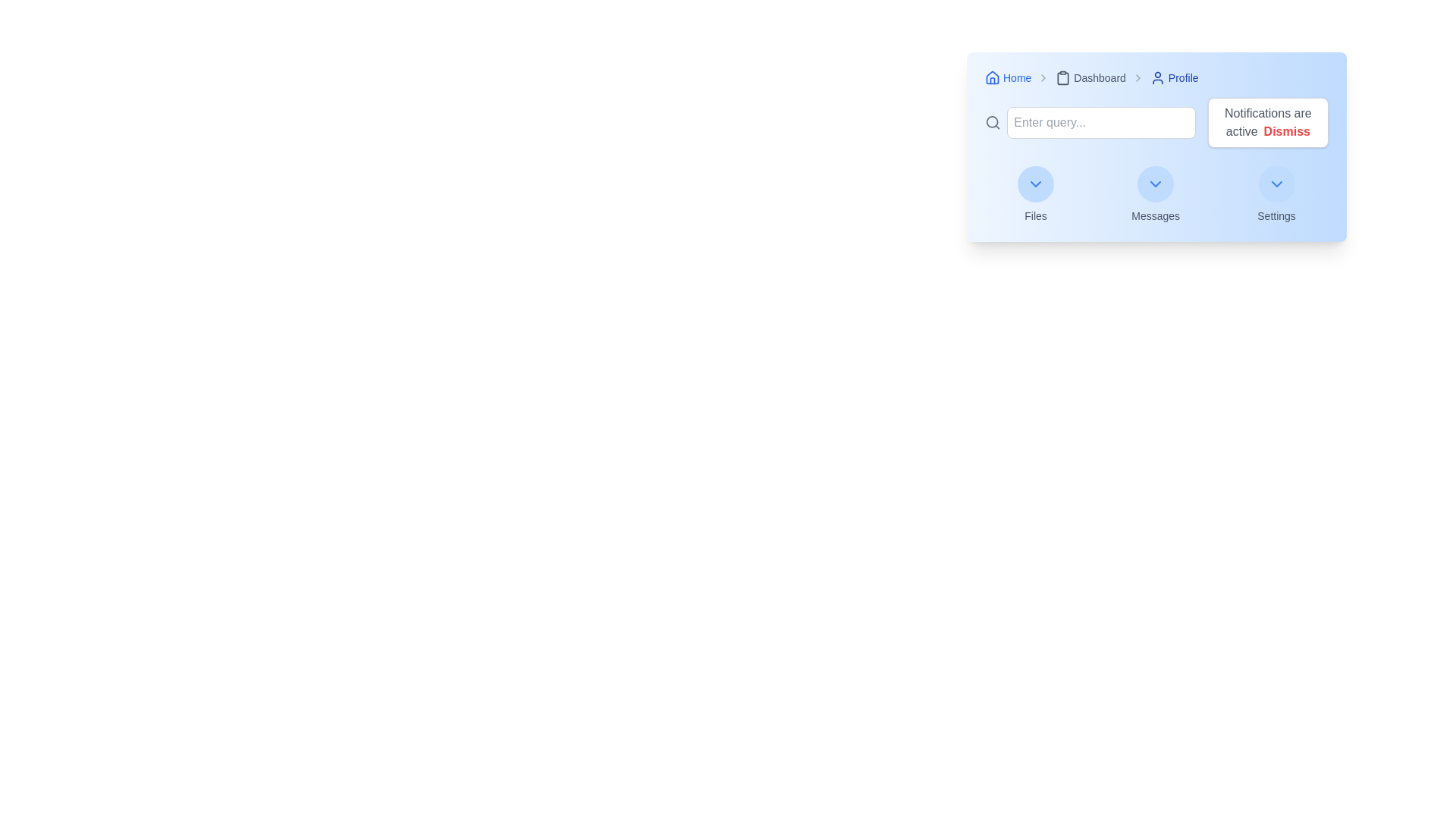  What do you see at coordinates (1276, 184) in the screenshot?
I see `the button located in the 'Settings' section at the bottom-right of the interface` at bounding box center [1276, 184].